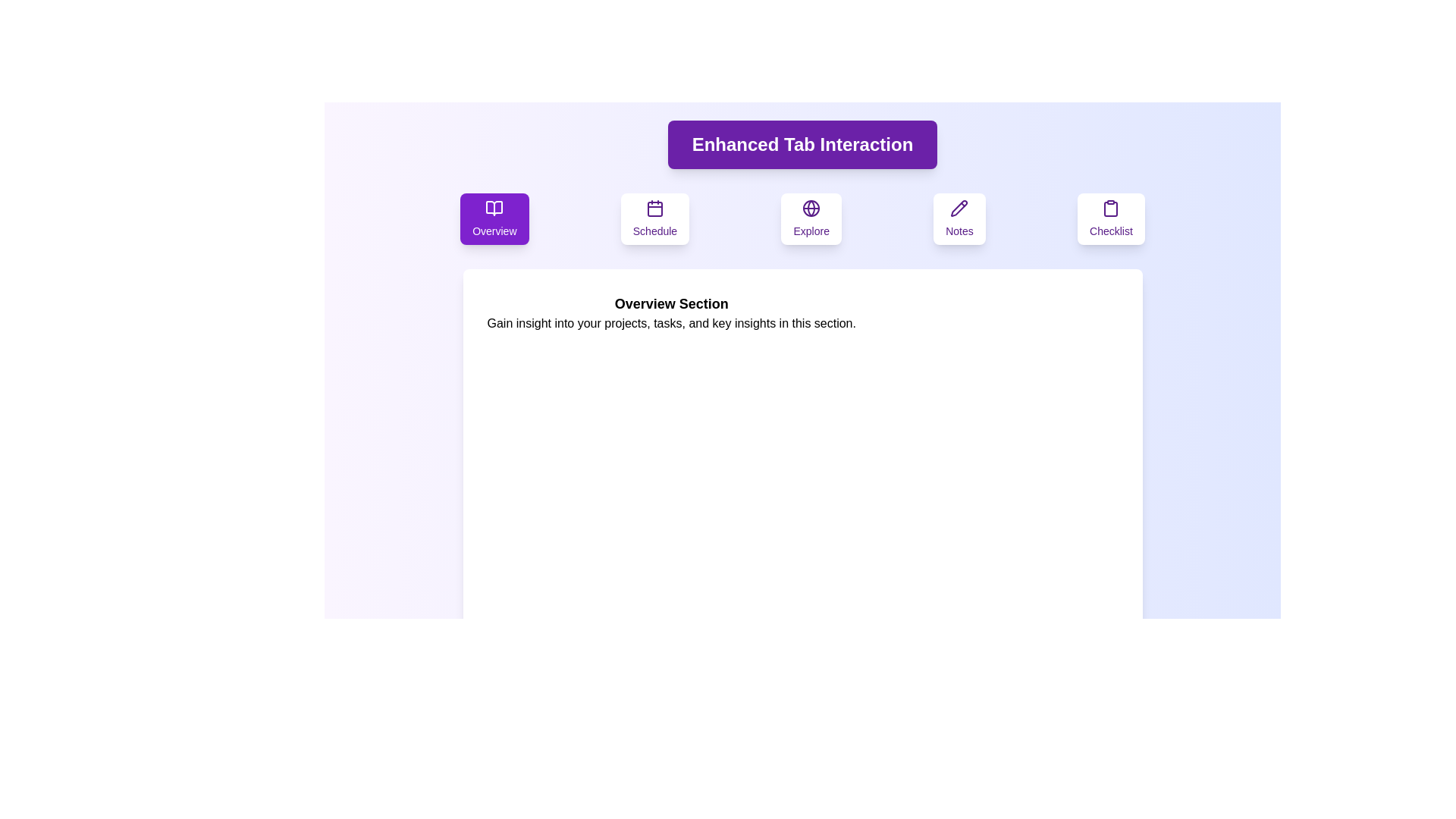 The width and height of the screenshot is (1456, 819). I want to click on the text label displaying 'Enhanced Tab Interaction', which is styled in white text on a purple background with rounded corners, located near the top of the user interface, so click(802, 145).